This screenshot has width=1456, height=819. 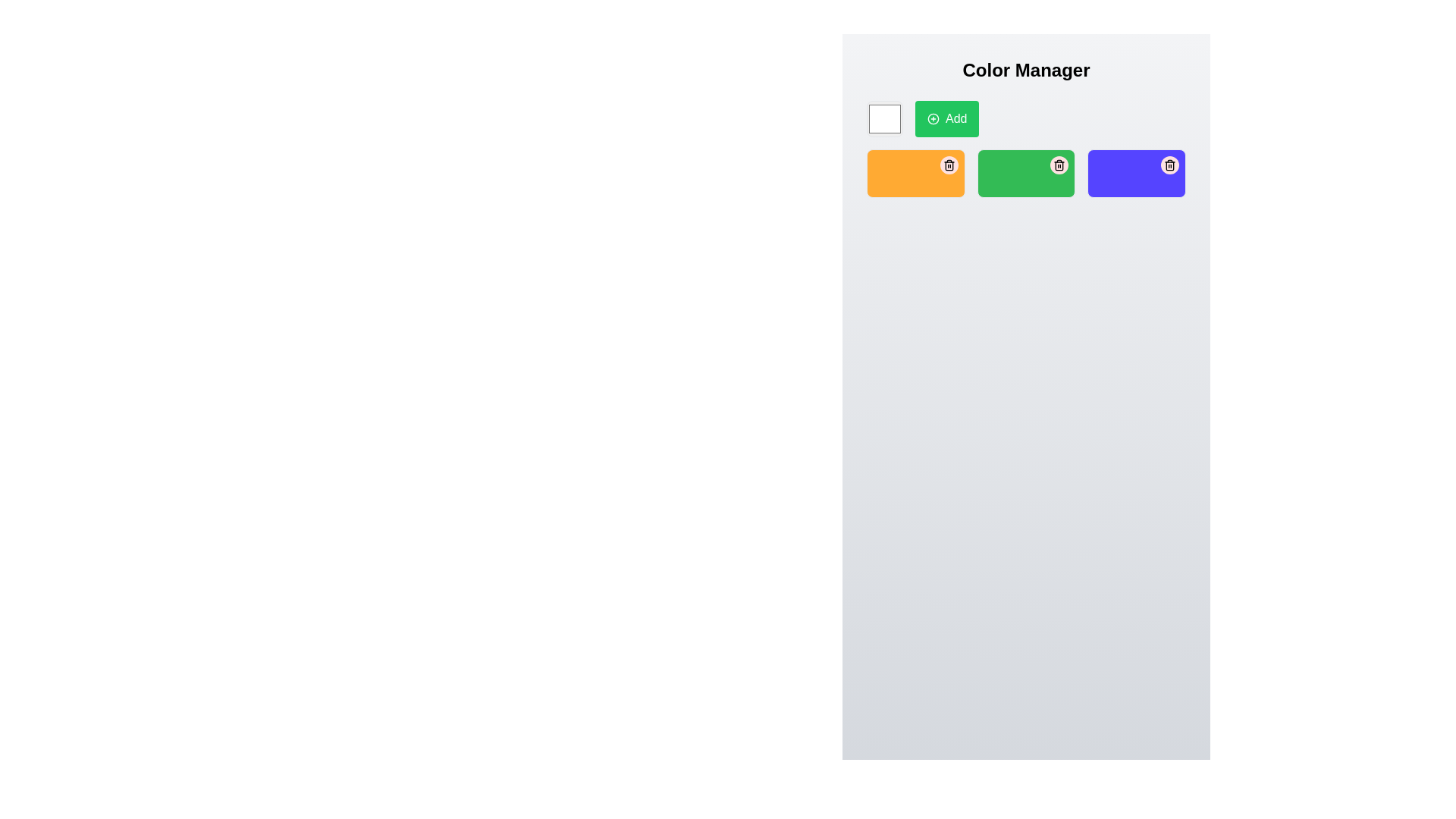 What do you see at coordinates (1059, 165) in the screenshot?
I see `the circular red button with a trashcan icon located at the top-right corner of the green rectangular box` at bounding box center [1059, 165].